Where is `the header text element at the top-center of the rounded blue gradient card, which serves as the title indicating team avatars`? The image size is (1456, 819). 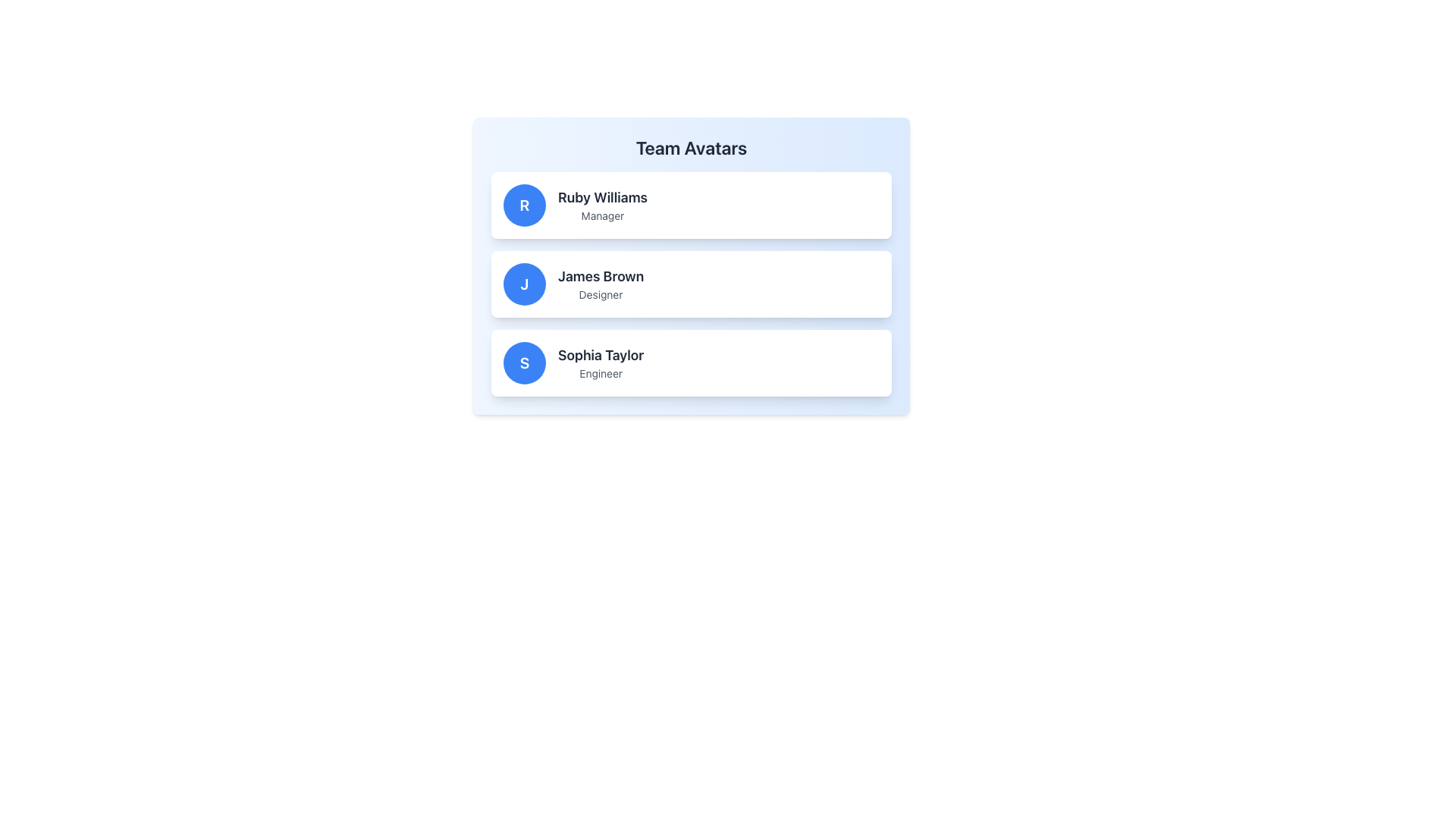 the header text element at the top-center of the rounded blue gradient card, which serves as the title indicating team avatars is located at coordinates (691, 148).